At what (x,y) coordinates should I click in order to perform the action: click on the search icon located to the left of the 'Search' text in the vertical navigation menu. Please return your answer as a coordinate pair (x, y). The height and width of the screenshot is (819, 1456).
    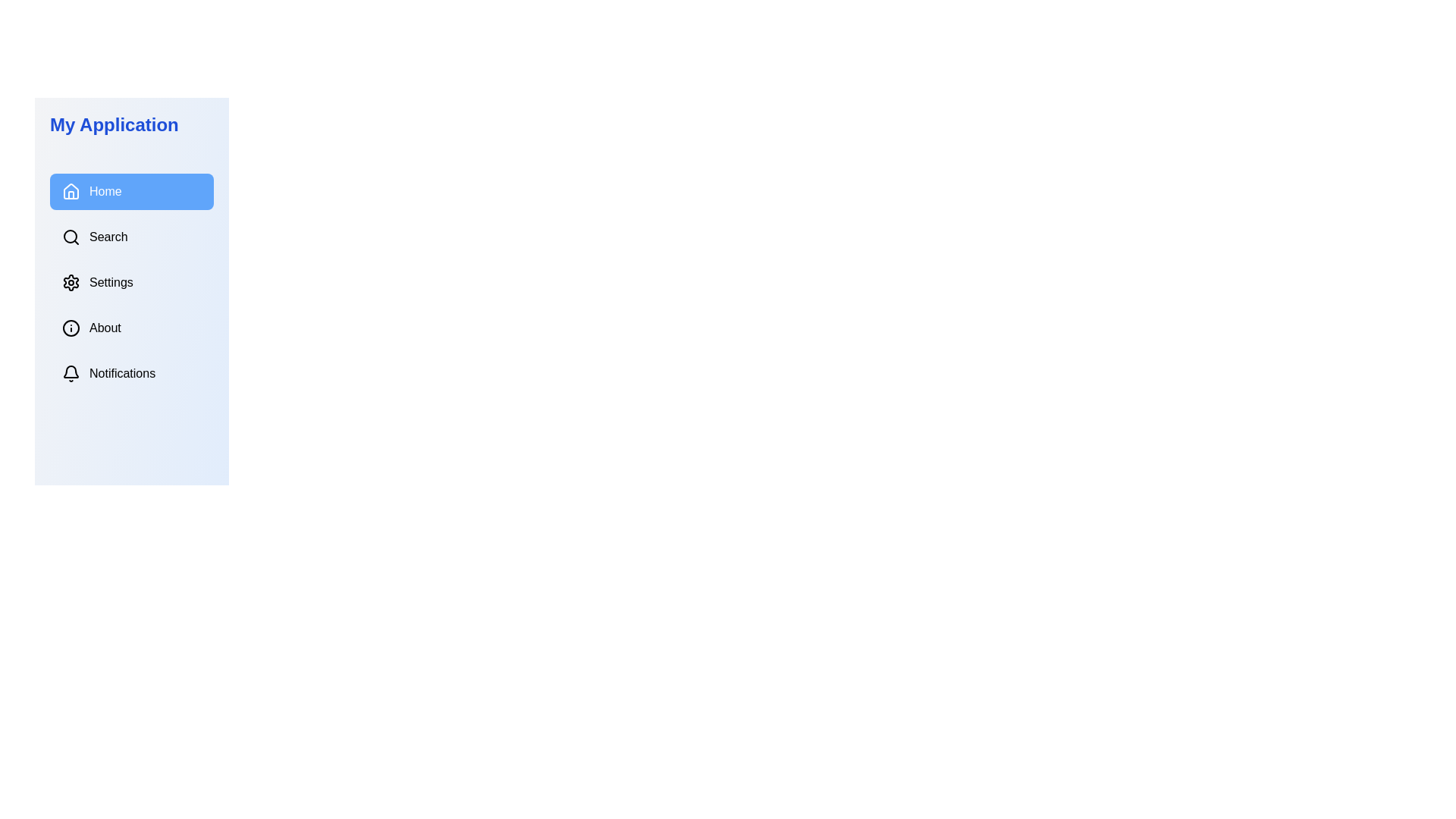
    Looking at the image, I should click on (71, 237).